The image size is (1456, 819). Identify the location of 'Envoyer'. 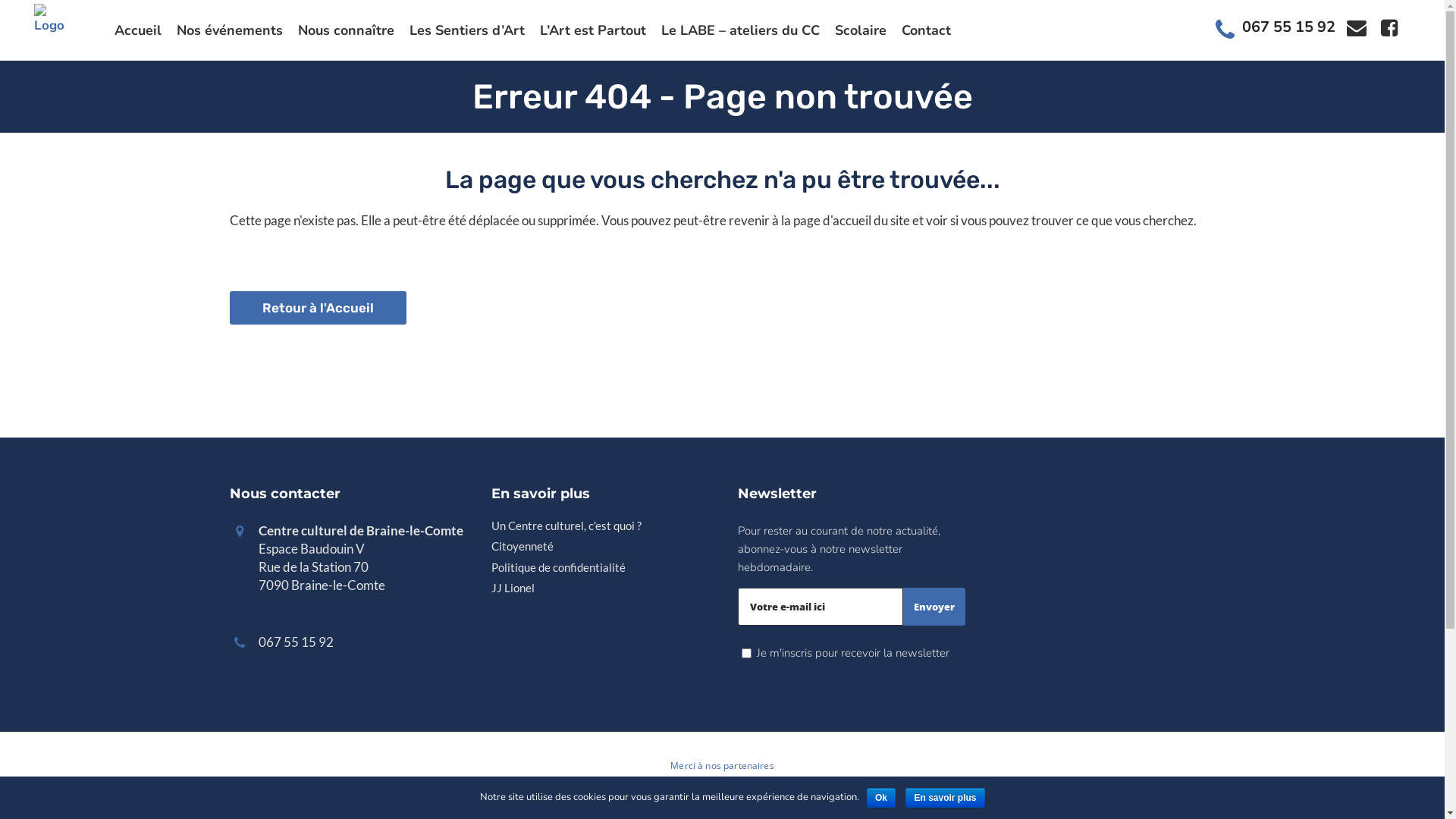
(932, 605).